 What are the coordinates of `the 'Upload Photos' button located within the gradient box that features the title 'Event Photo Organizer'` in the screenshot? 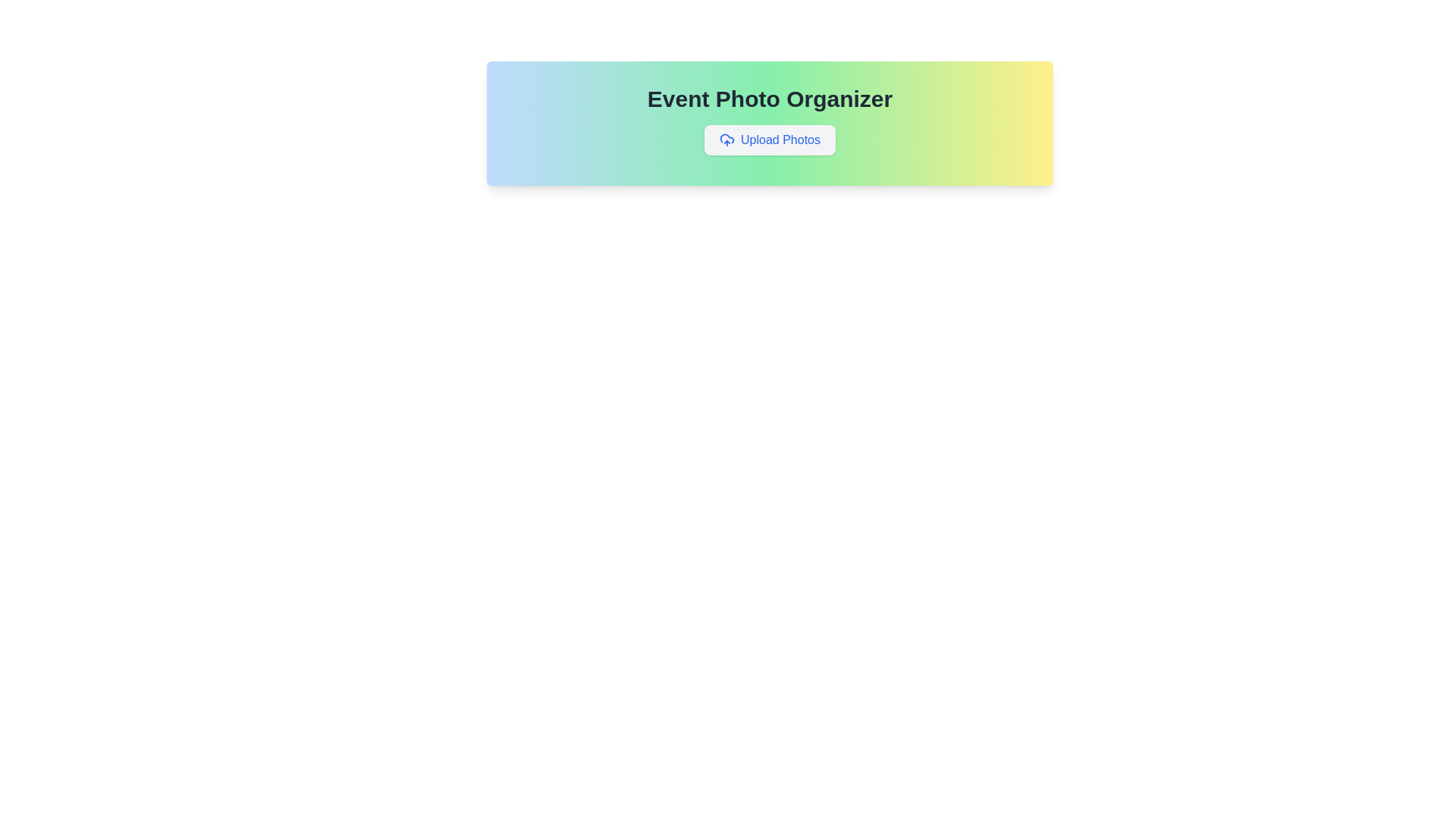 It's located at (770, 122).